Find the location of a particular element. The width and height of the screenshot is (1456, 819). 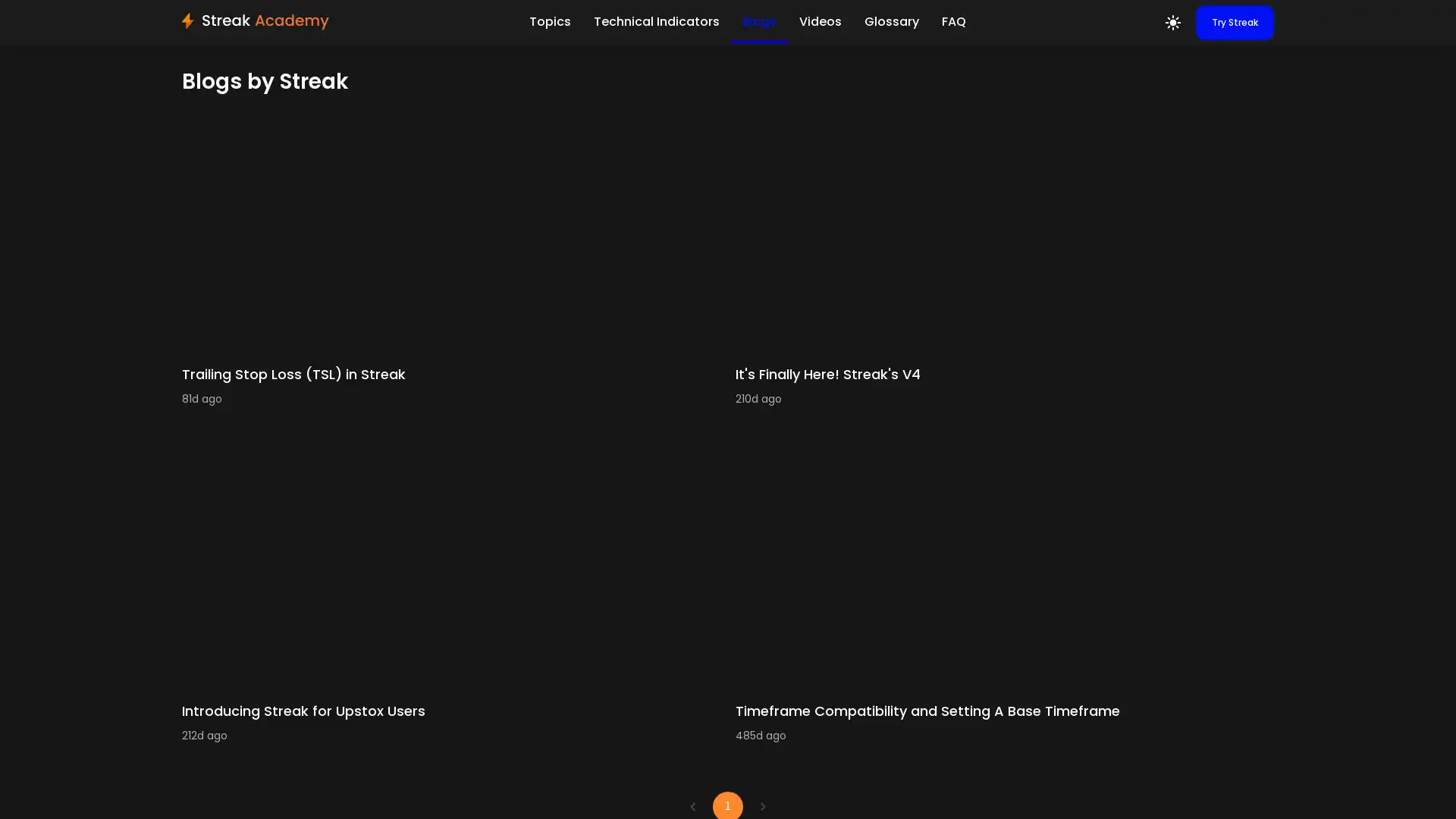

Try Streak is located at coordinates (1235, 23).